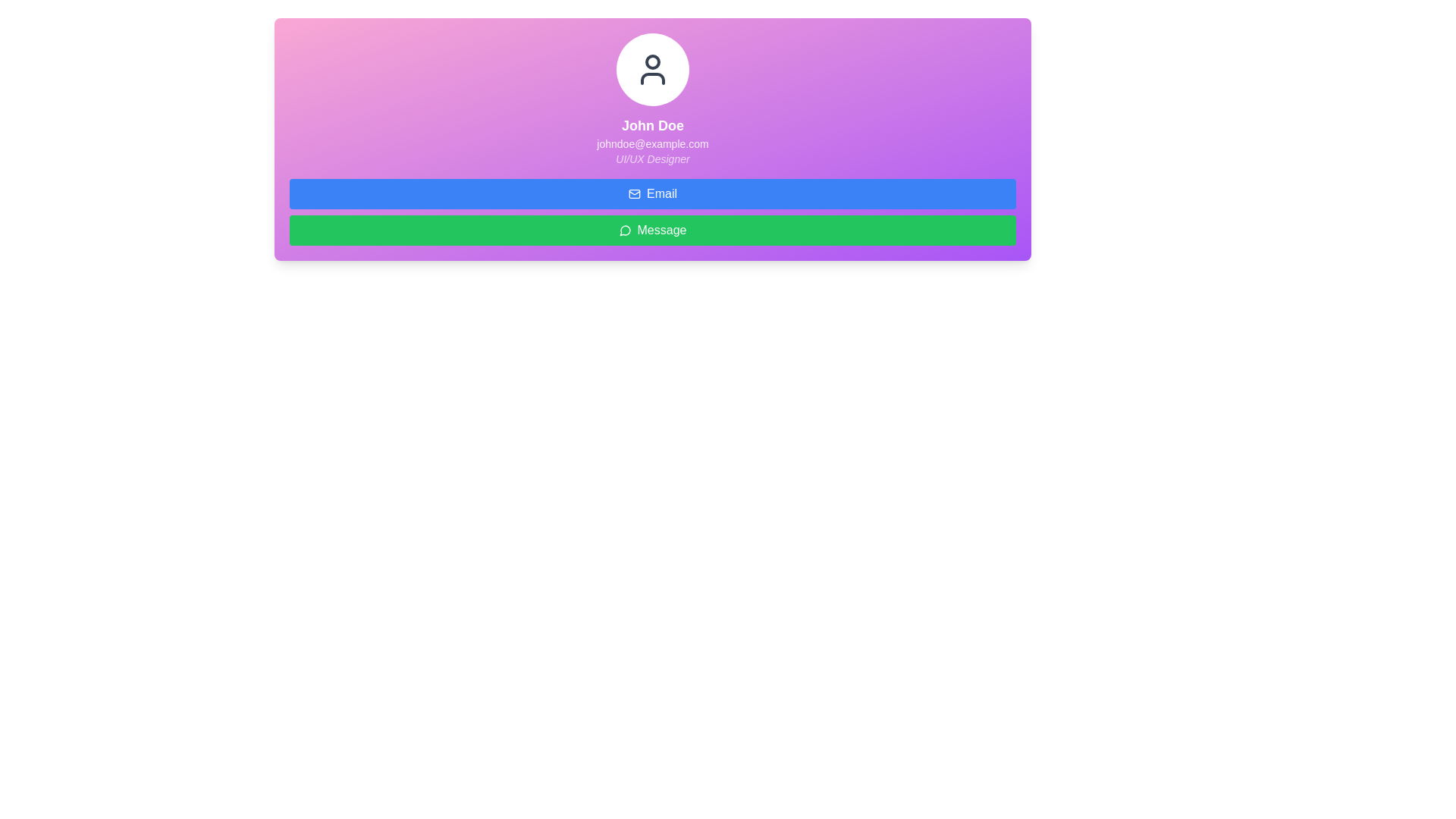 This screenshot has width=1456, height=819. Describe the element at coordinates (634, 193) in the screenshot. I see `the decorative graphical element representing the envelope, which is part of the envelope icon located near the center of the blue button labeled 'Email'` at that location.